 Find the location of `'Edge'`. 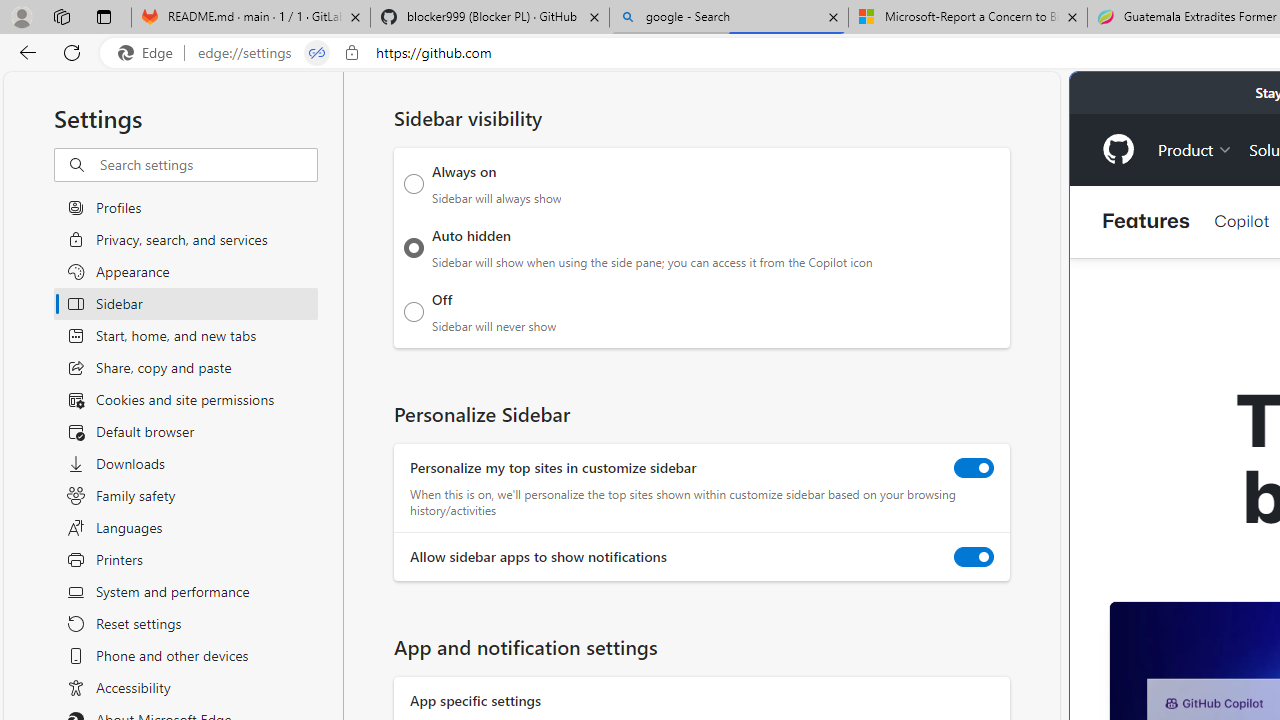

'Edge' is located at coordinates (149, 52).